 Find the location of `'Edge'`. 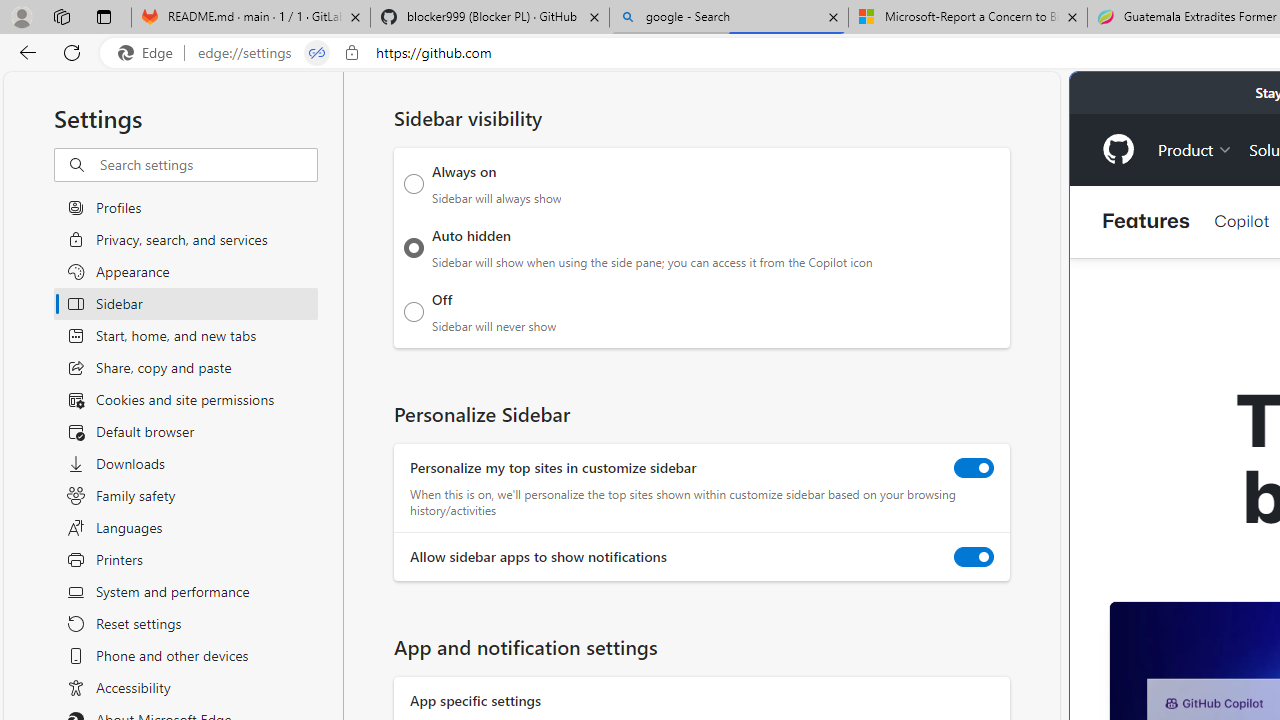

'Edge' is located at coordinates (149, 52).